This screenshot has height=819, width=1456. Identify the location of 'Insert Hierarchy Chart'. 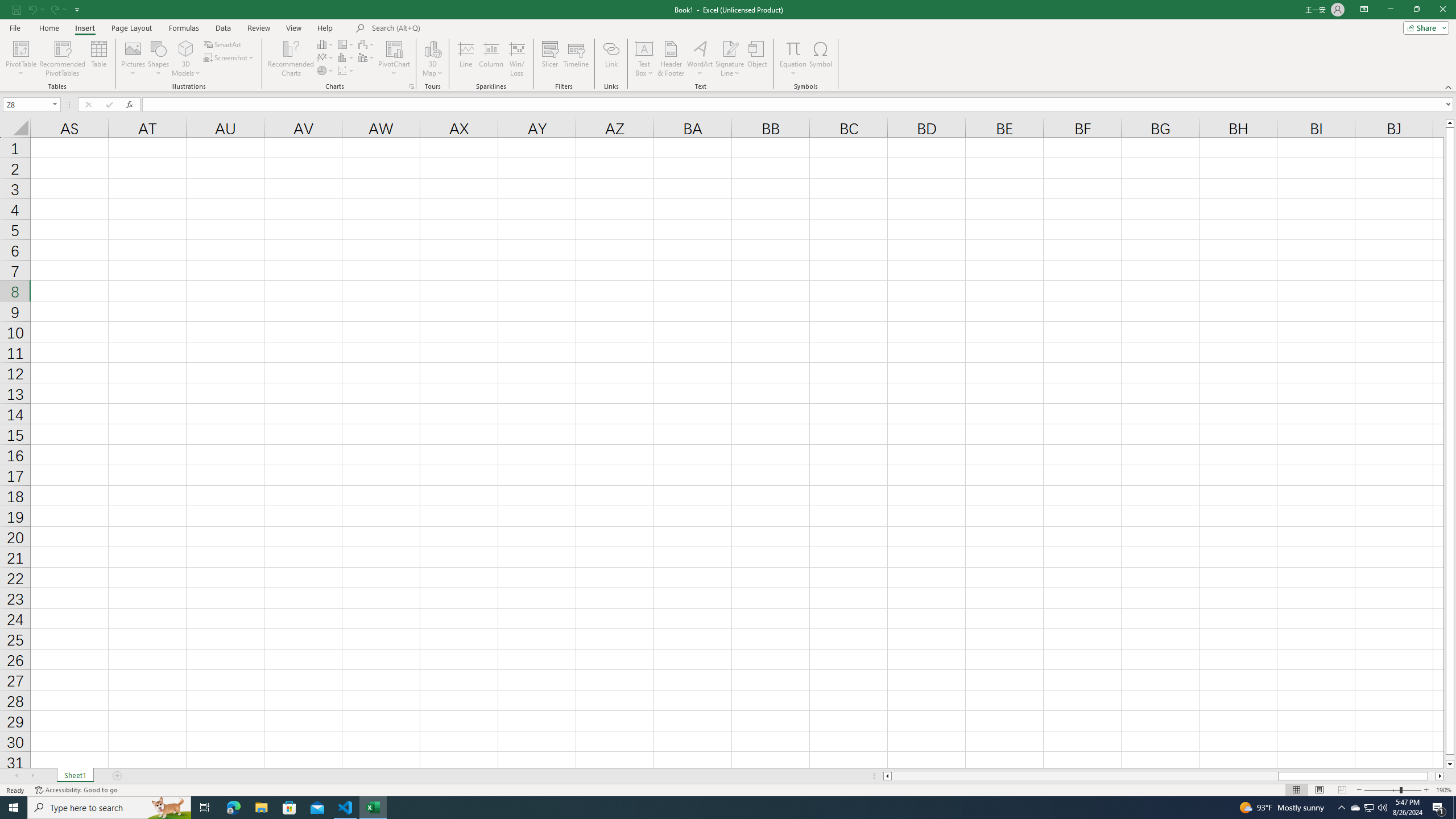
(346, 44).